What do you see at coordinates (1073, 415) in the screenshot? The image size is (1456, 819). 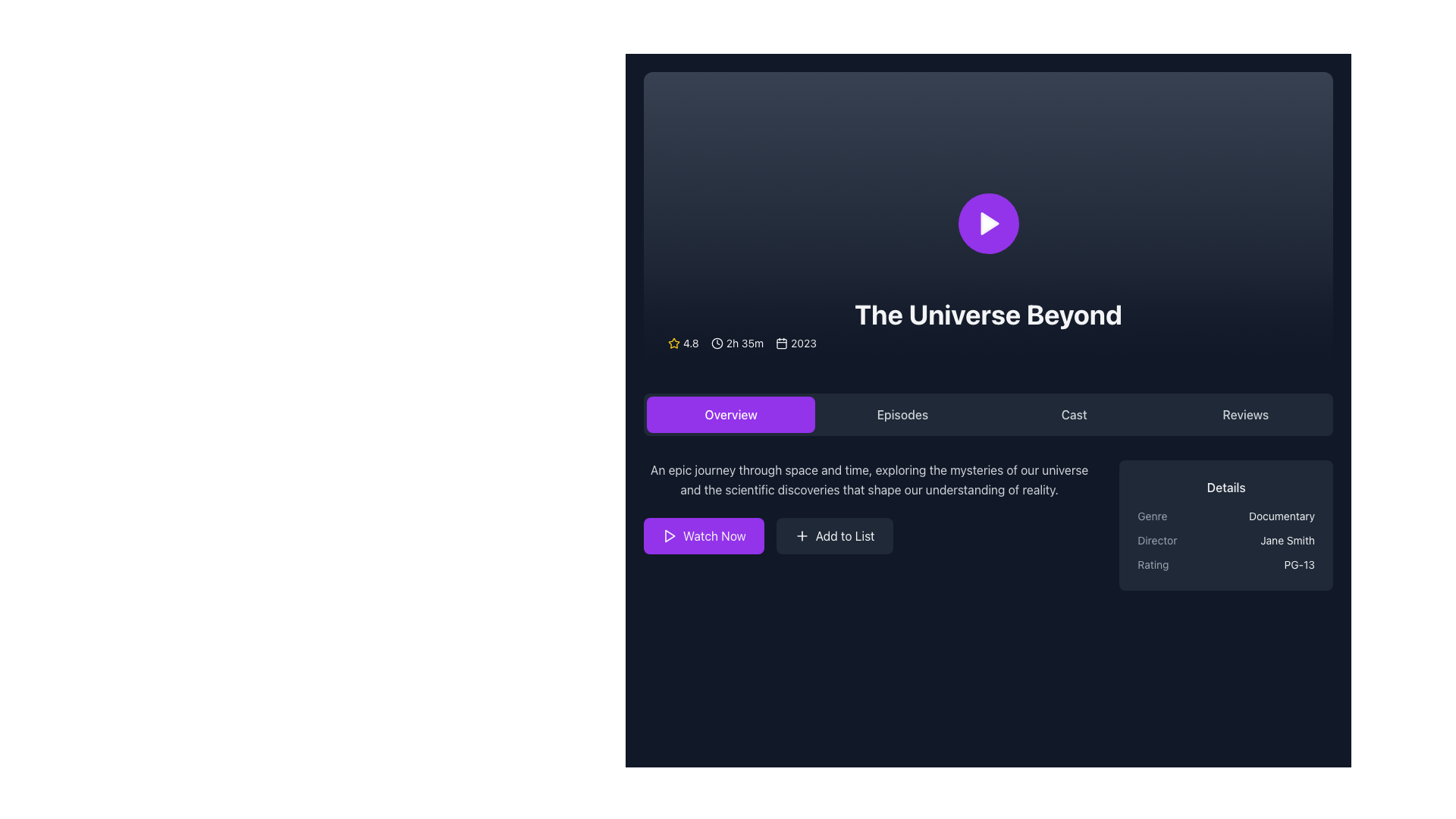 I see `the 'Cast' button, which is the third button in a series of four, styled with a dark gray background and light gray text, located below the title 'The Universe Beyond'` at bounding box center [1073, 415].